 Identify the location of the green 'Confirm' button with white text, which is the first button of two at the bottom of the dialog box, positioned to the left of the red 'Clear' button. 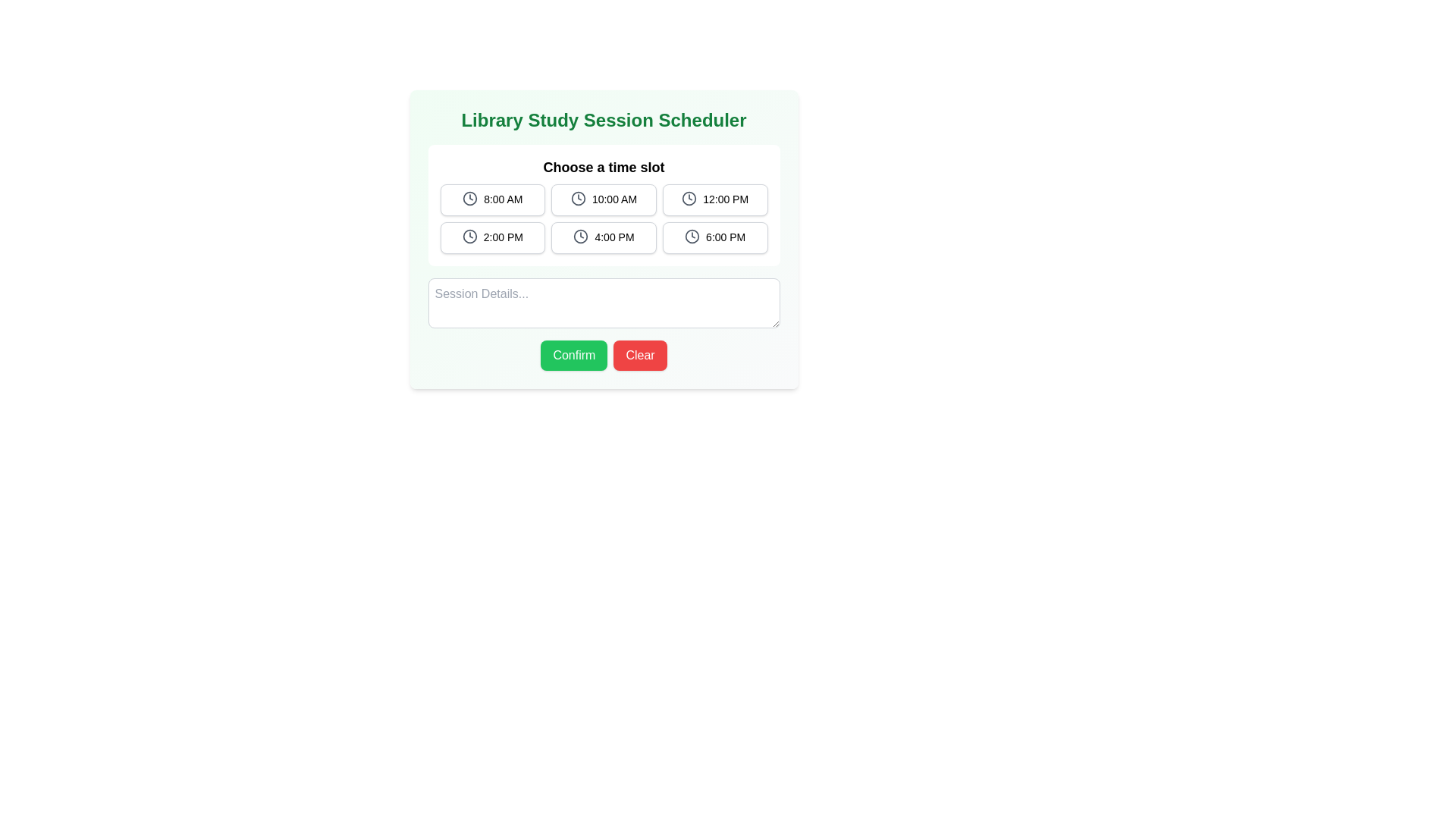
(573, 356).